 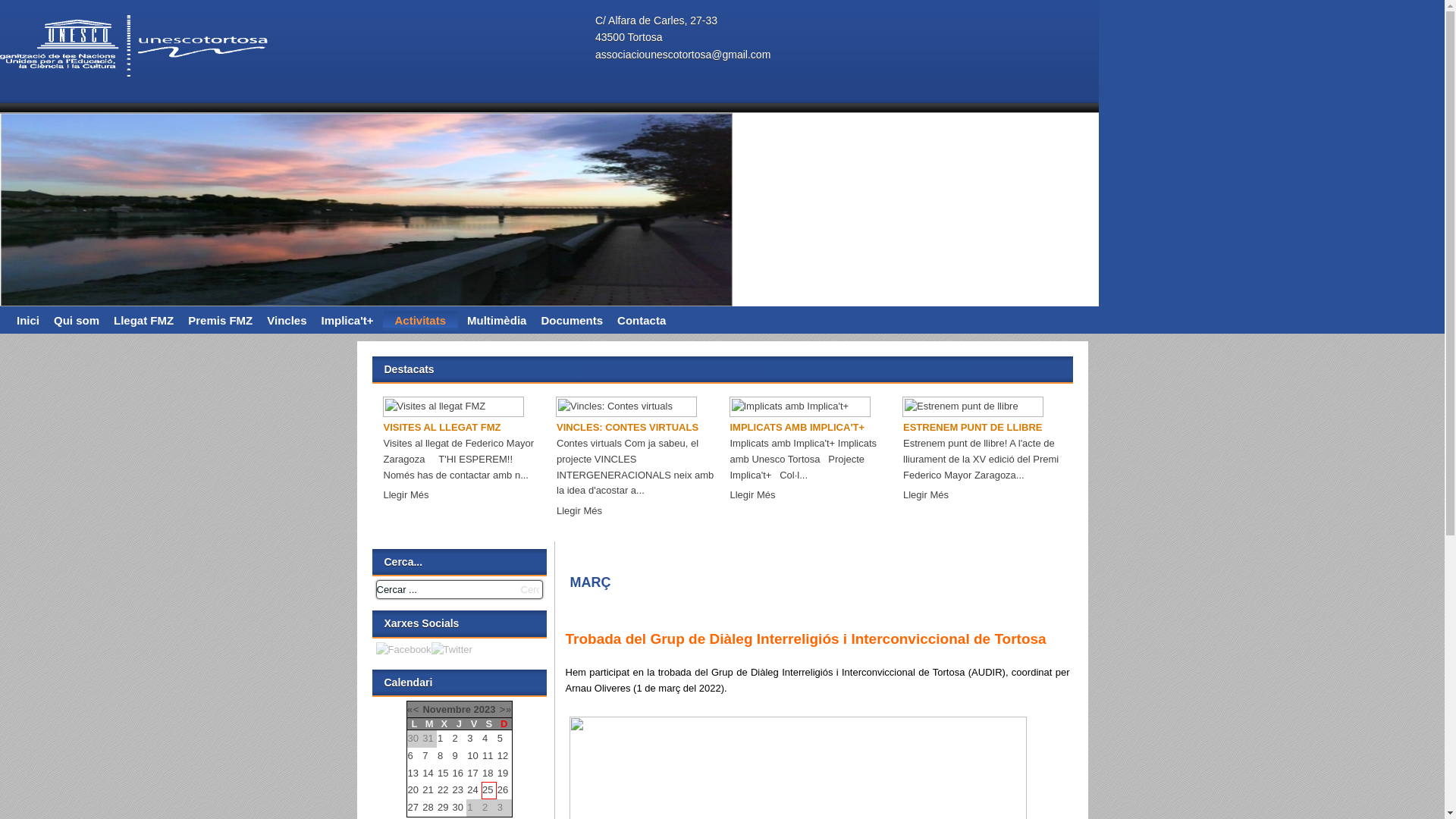 What do you see at coordinates (442, 789) in the screenshot?
I see `'22'` at bounding box center [442, 789].